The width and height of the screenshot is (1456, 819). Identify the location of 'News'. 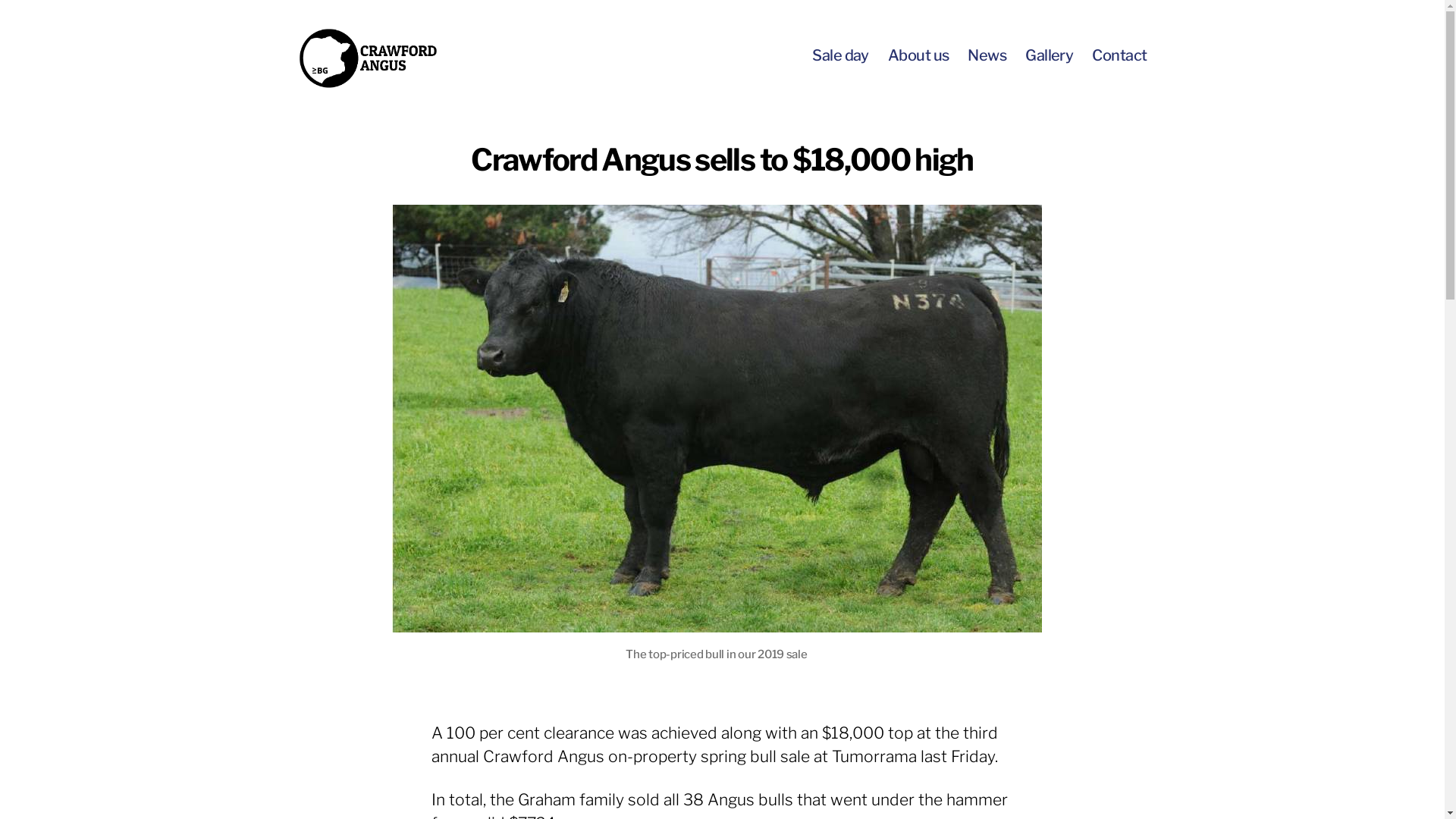
(987, 55).